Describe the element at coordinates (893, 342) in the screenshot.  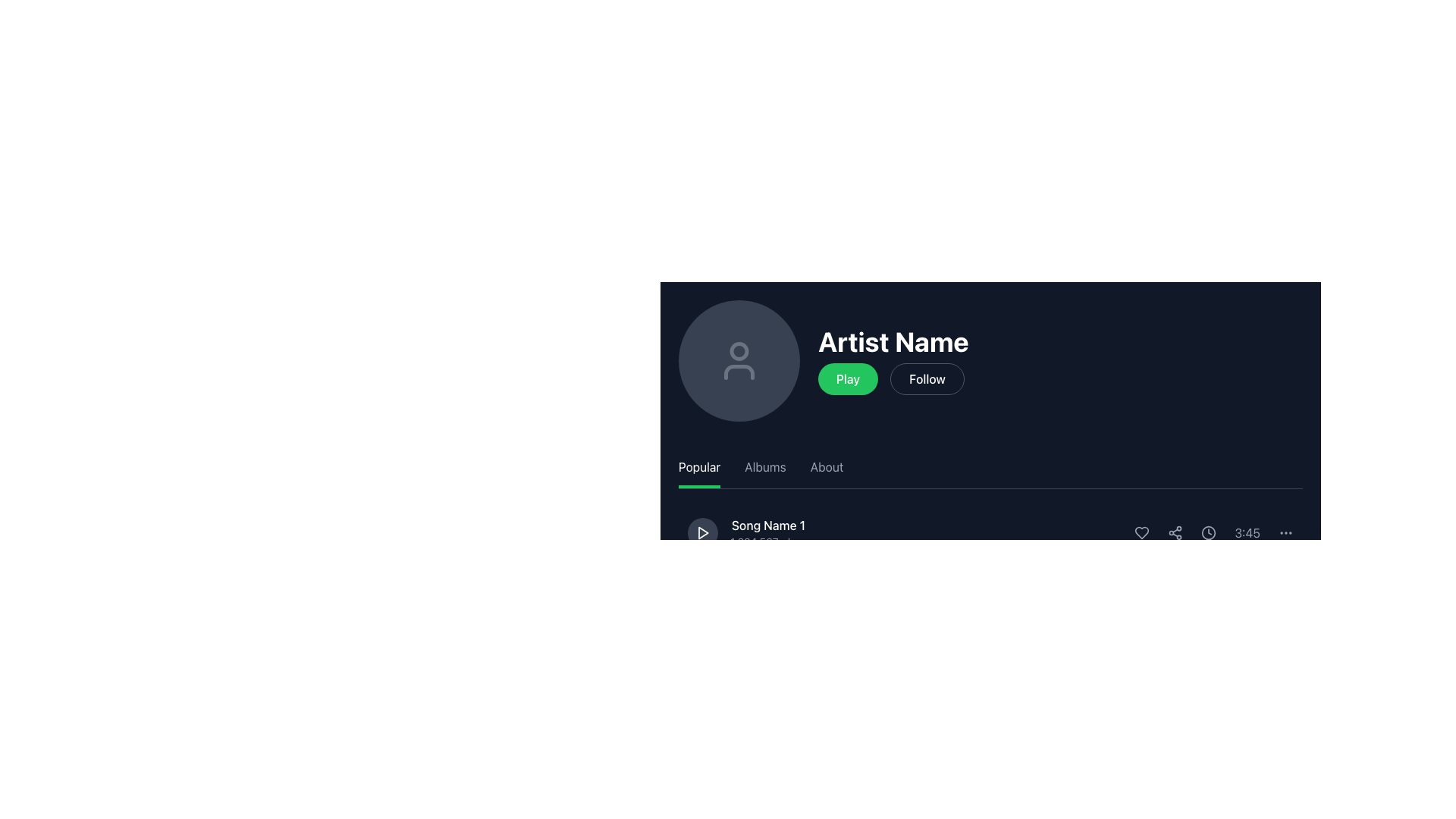
I see `the 'Artist Name' text label, which is prominently displayed in a bold, large font with white text on a dark background, located near the top-center area of the interface, directly to the right of a circular avatar image` at that location.